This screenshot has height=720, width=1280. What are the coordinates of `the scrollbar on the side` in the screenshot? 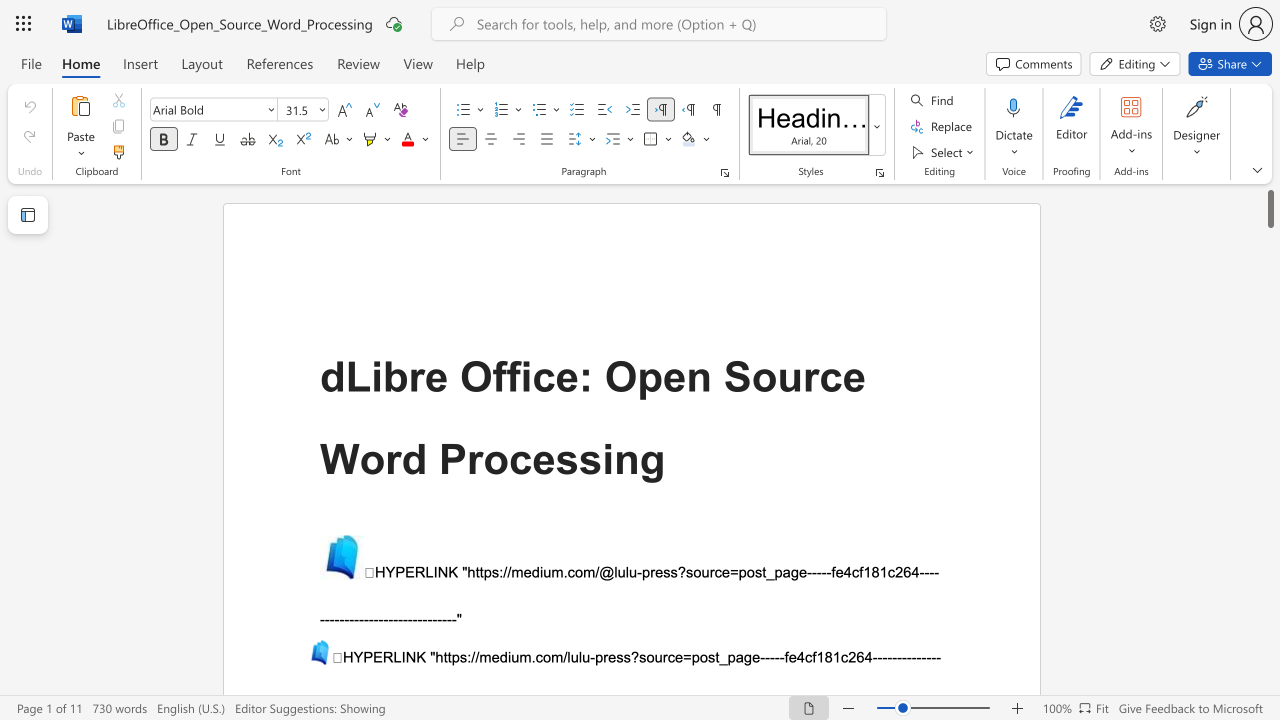 It's located at (1269, 460).